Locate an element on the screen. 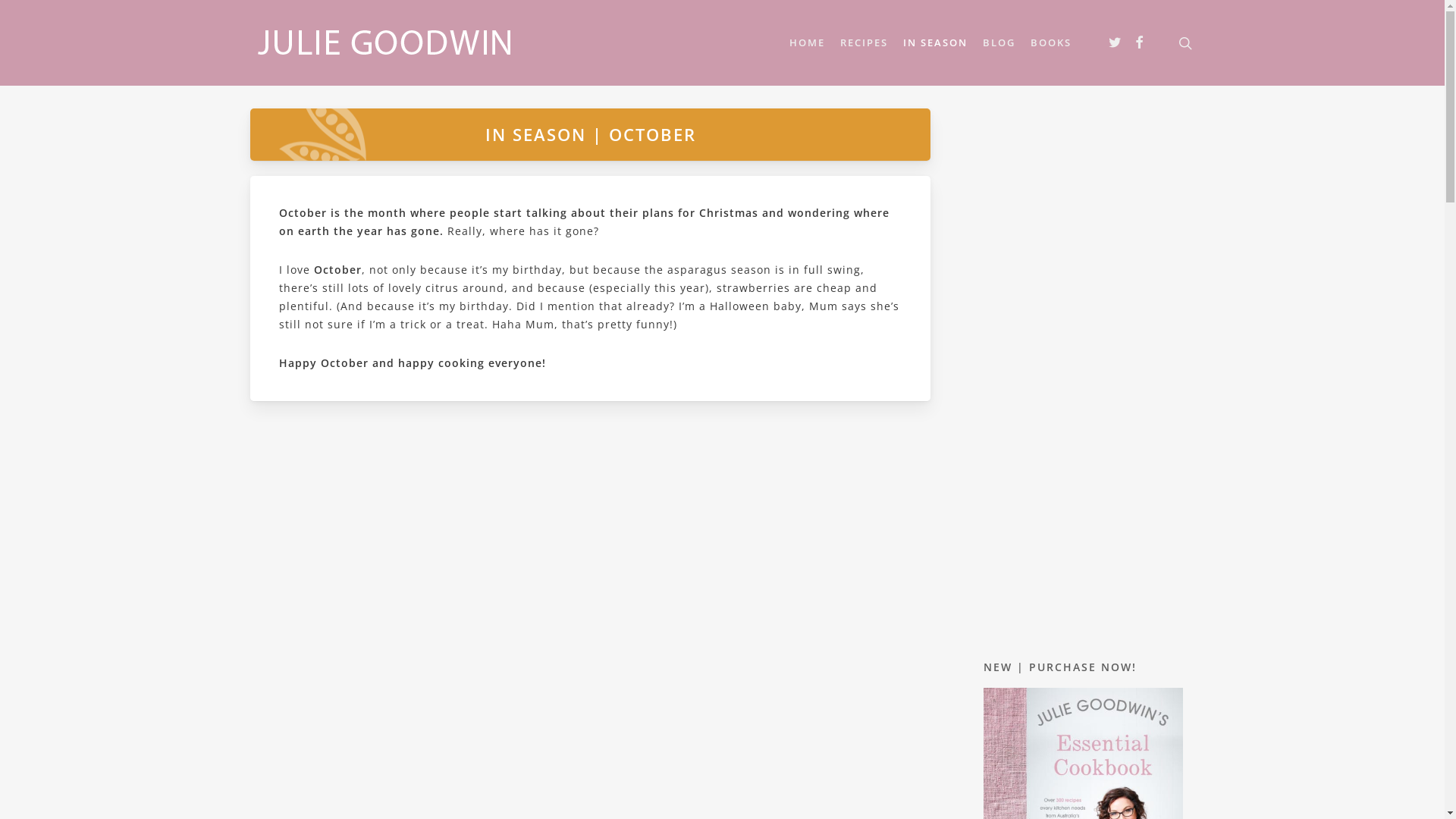 This screenshot has height=819, width=1456. 'IN SEASON' is located at coordinates (934, 42).